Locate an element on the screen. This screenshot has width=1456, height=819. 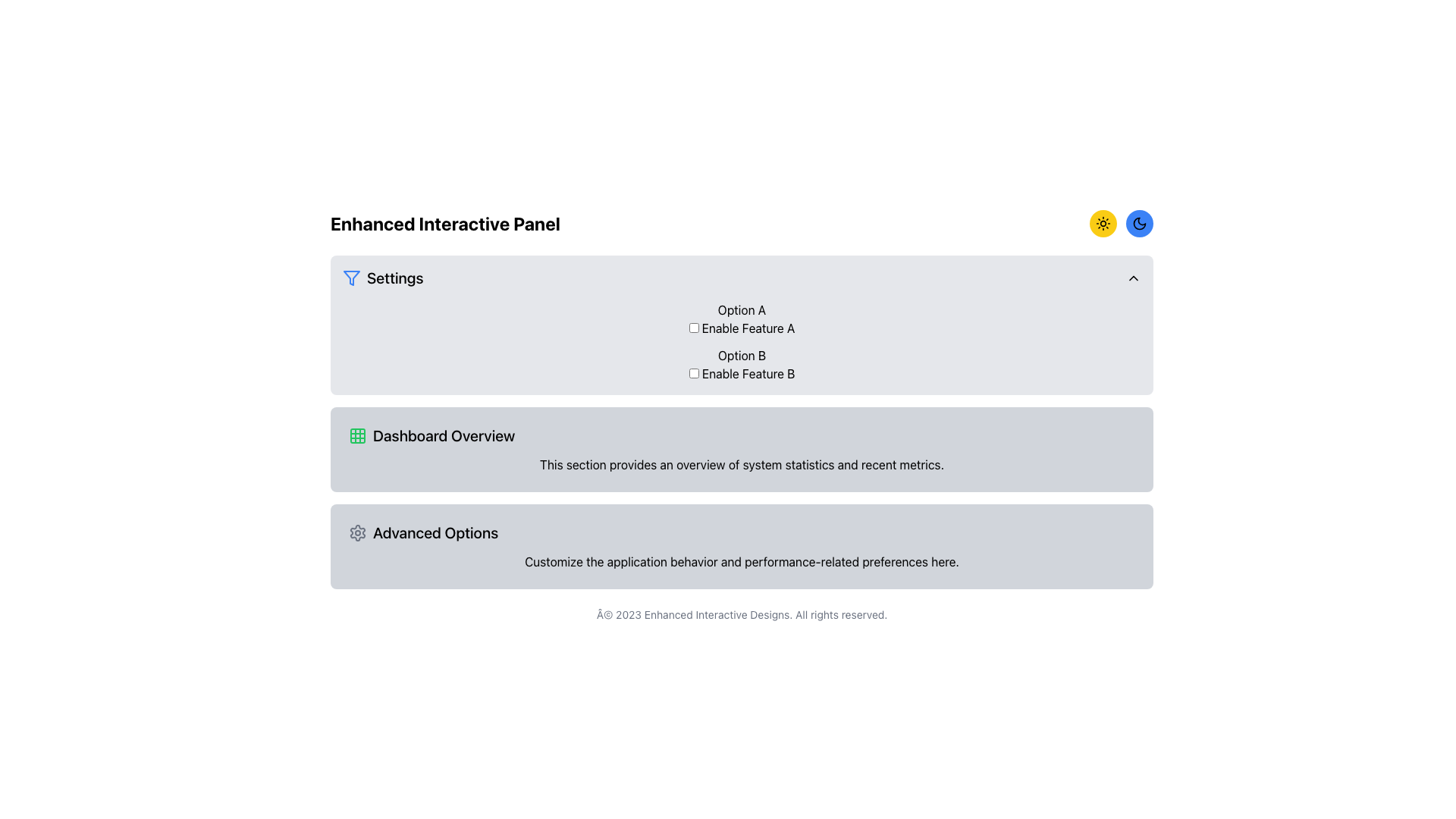
the dark mode toggle icon button located in the top-right corner of the interface is located at coordinates (1139, 223).